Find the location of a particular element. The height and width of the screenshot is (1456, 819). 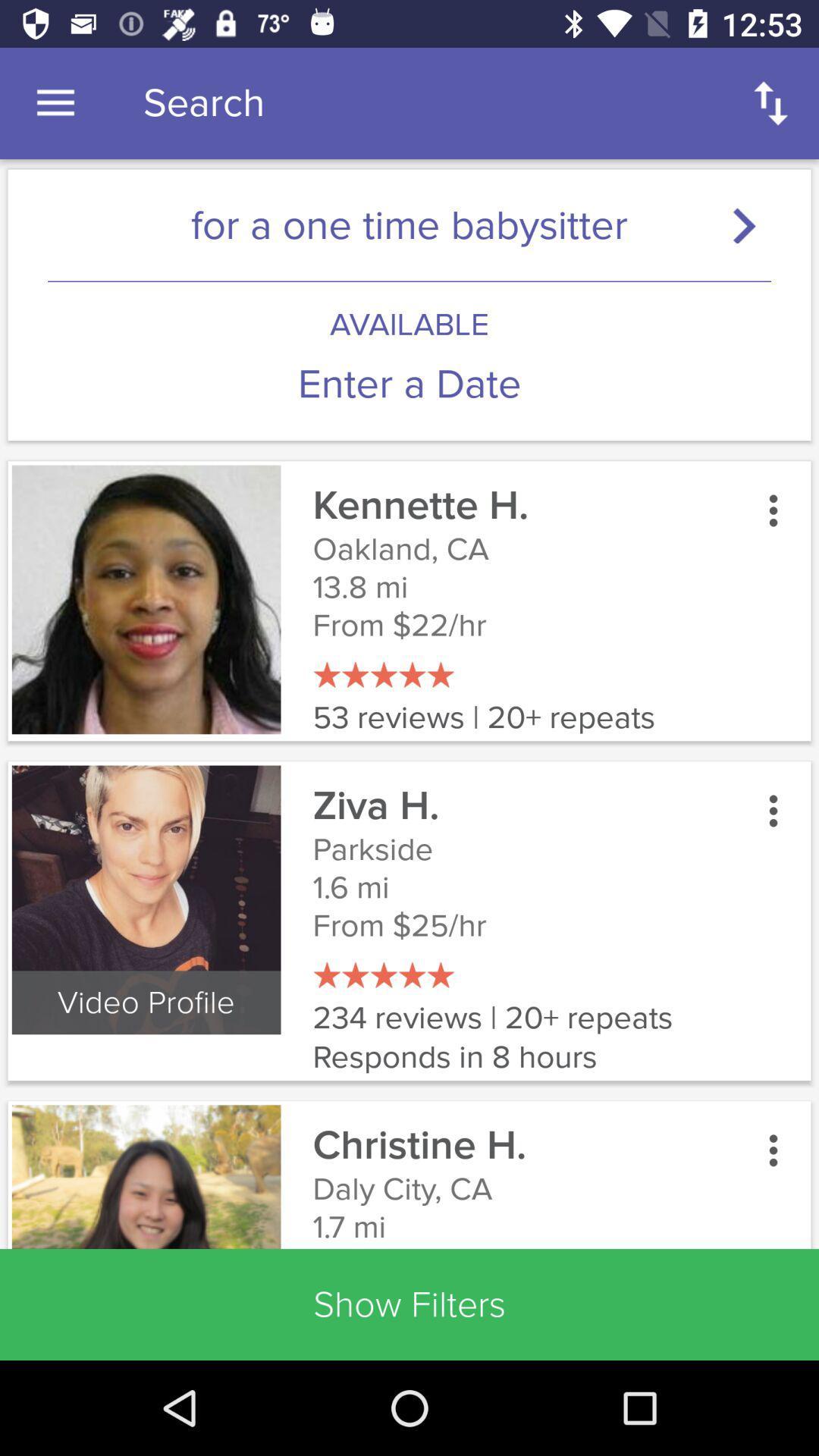

the item above for a one item is located at coordinates (55, 102).